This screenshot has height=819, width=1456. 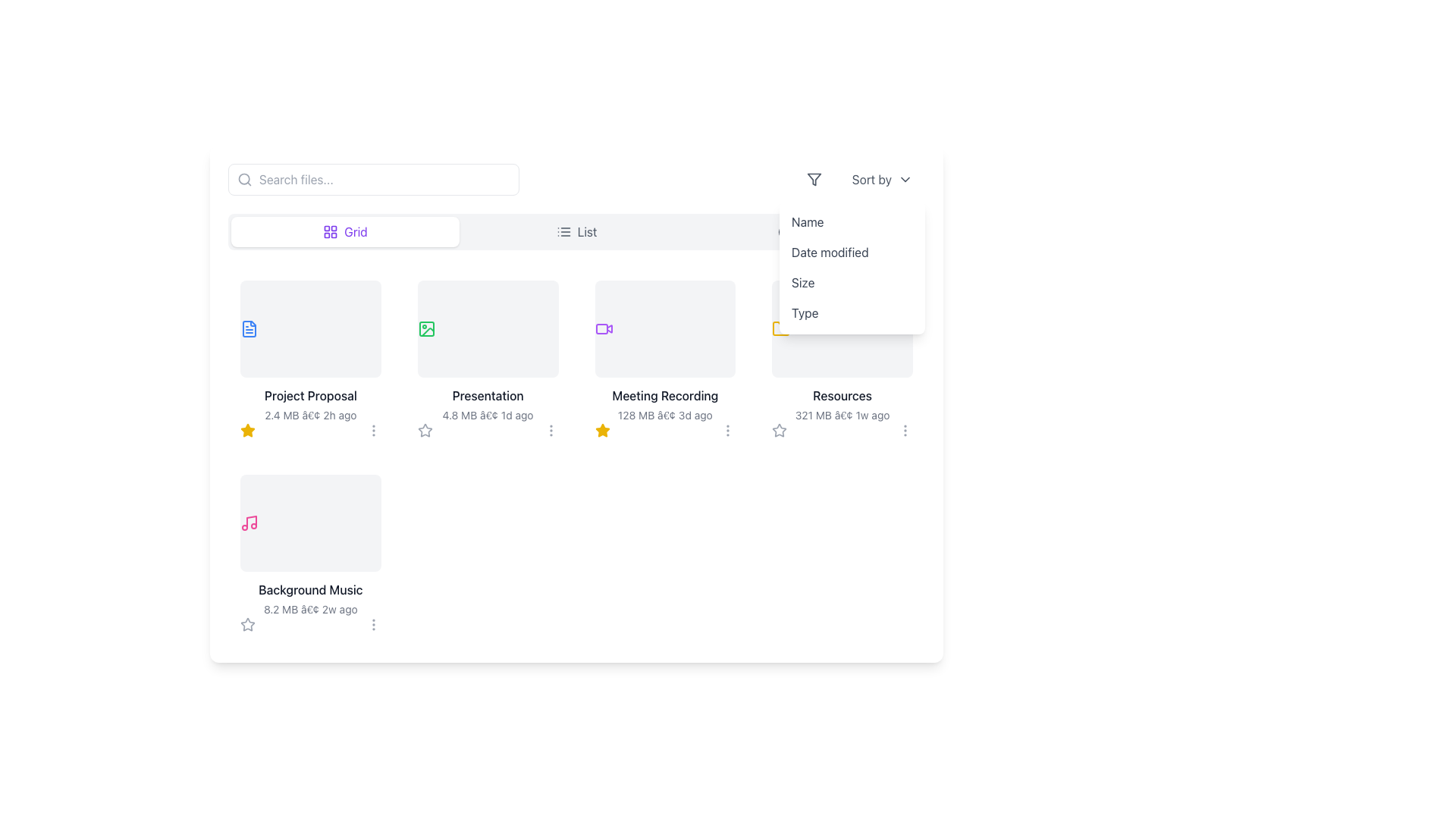 I want to click on the Dropdown menu trigger located in the top-right corner of the layout, so click(x=862, y=178).